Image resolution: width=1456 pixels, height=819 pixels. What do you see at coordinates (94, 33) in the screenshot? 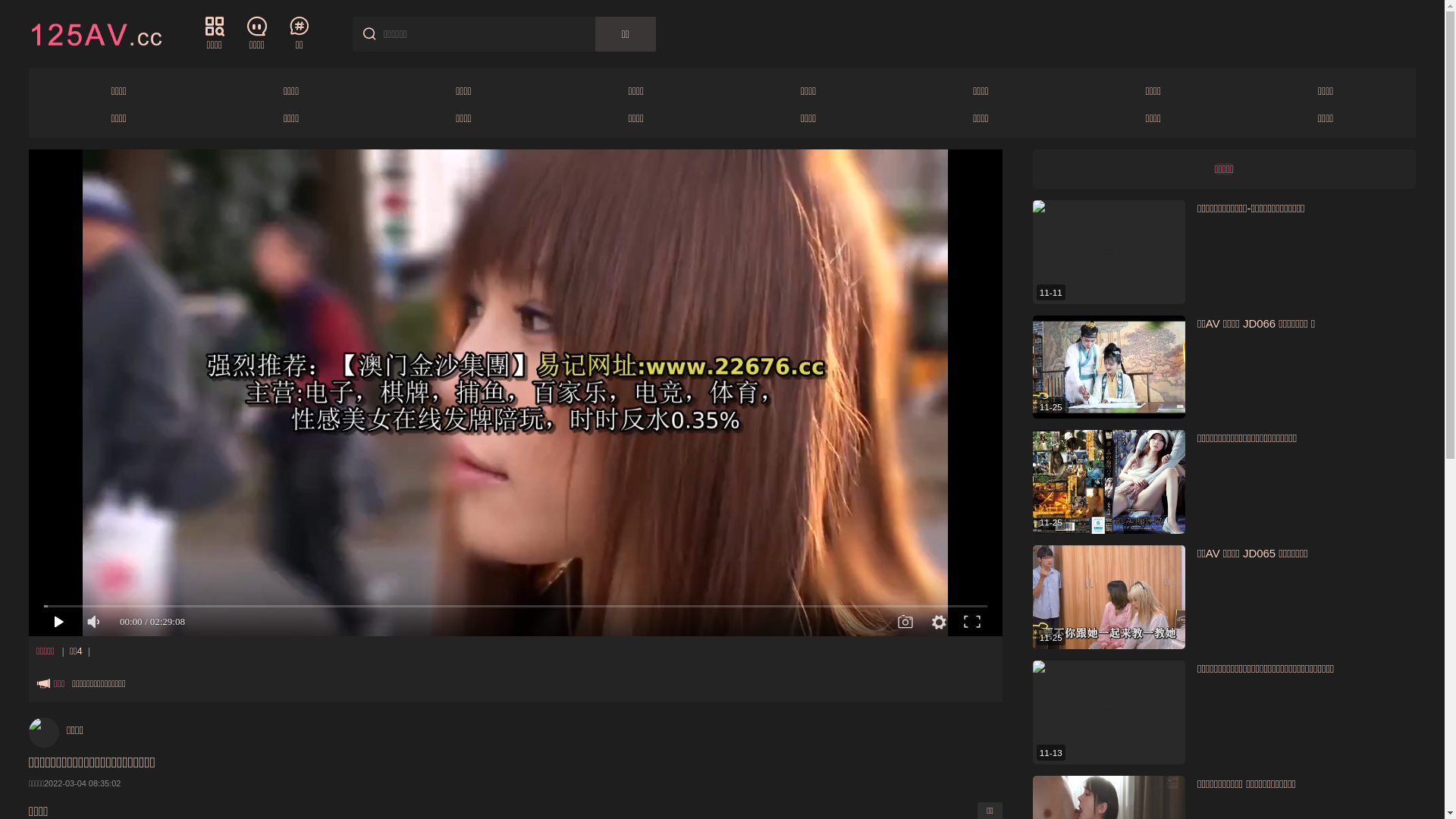
I see `'125AV'` at bounding box center [94, 33].